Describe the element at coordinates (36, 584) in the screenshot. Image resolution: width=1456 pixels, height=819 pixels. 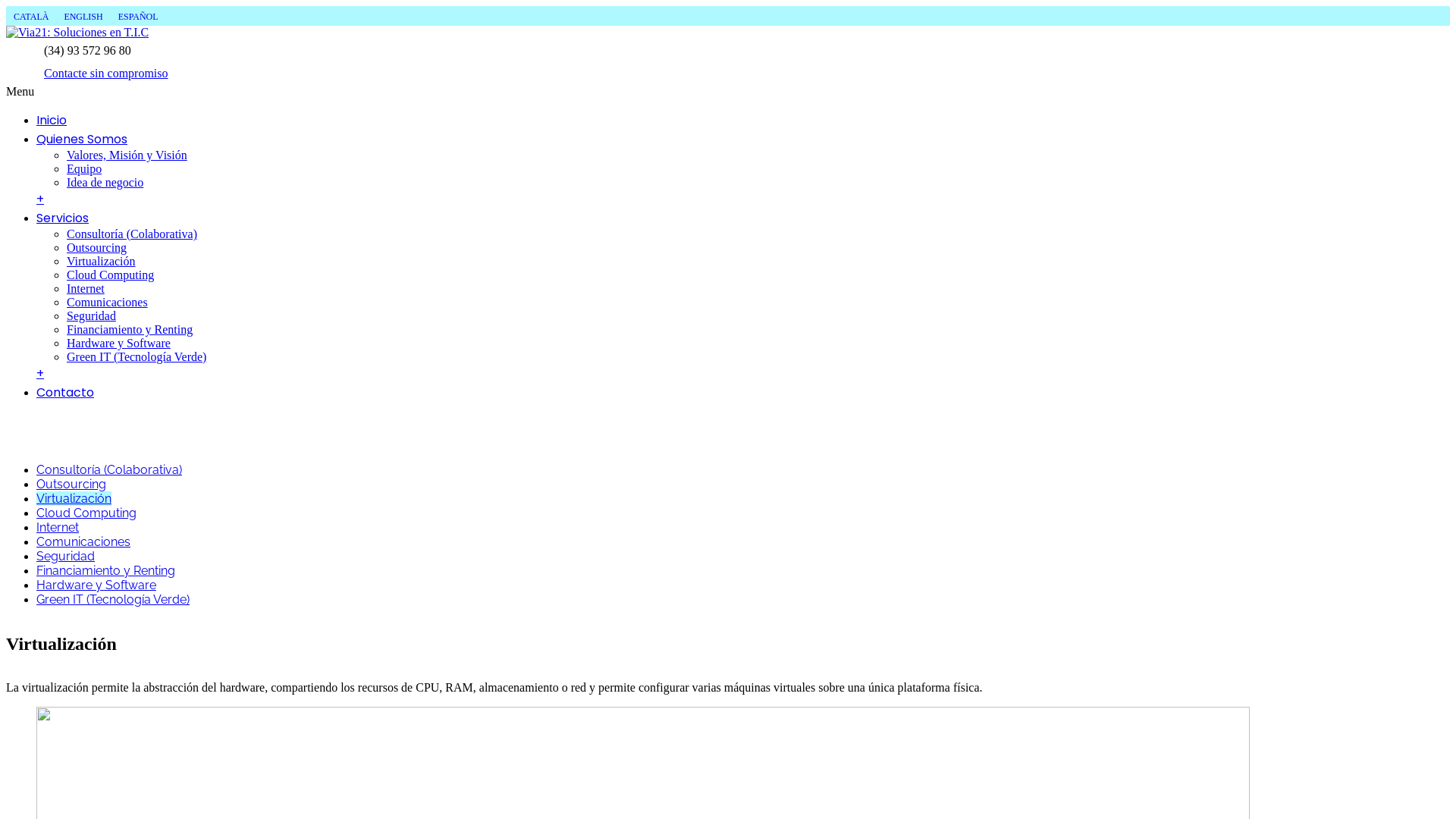
I see `'Hardware y Software'` at that location.